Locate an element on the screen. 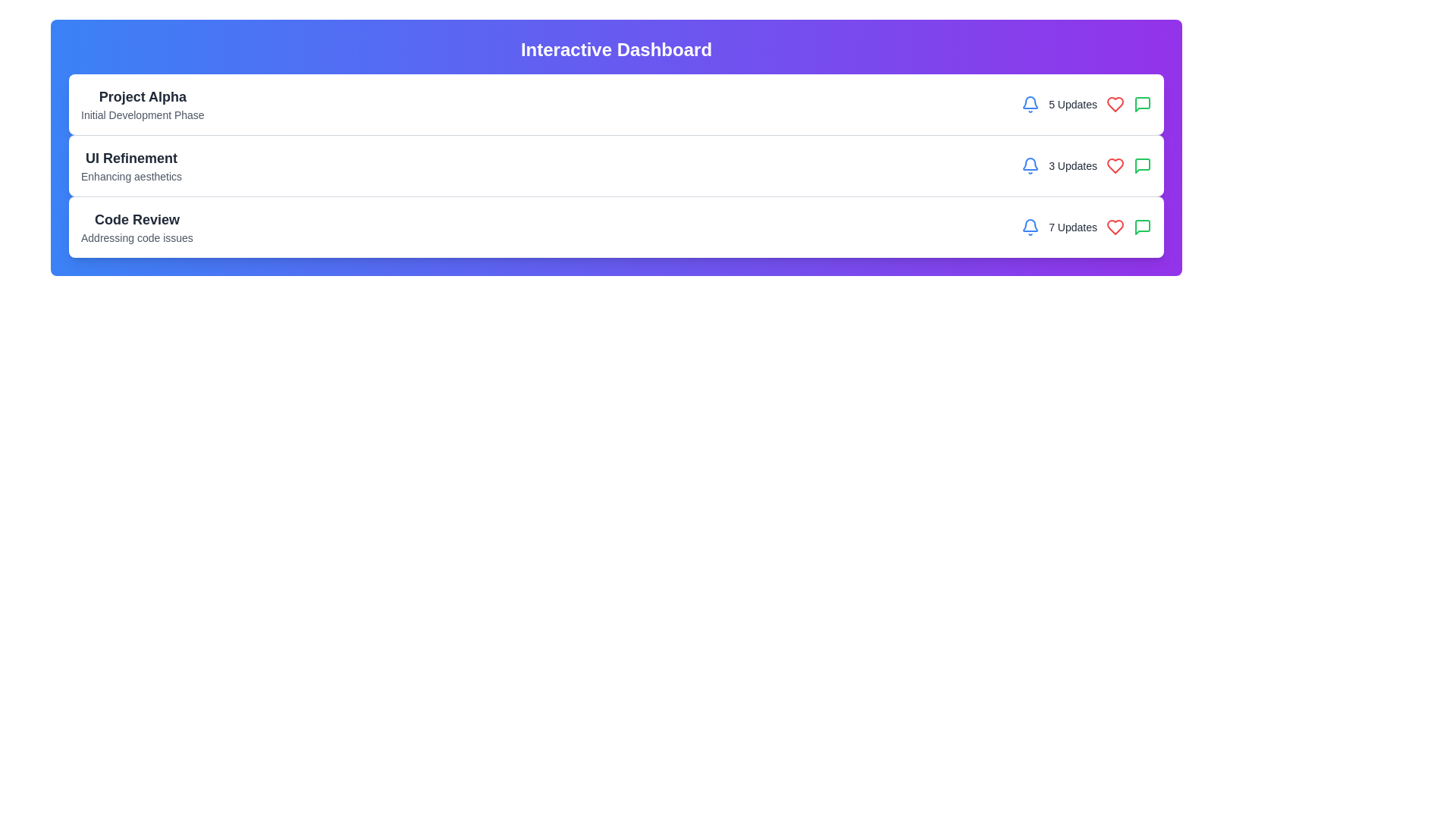 The height and width of the screenshot is (819, 1456). the heart-shaped red icon button located as the third icon on the right side in the 'UI Refinement' card is located at coordinates (1115, 166).